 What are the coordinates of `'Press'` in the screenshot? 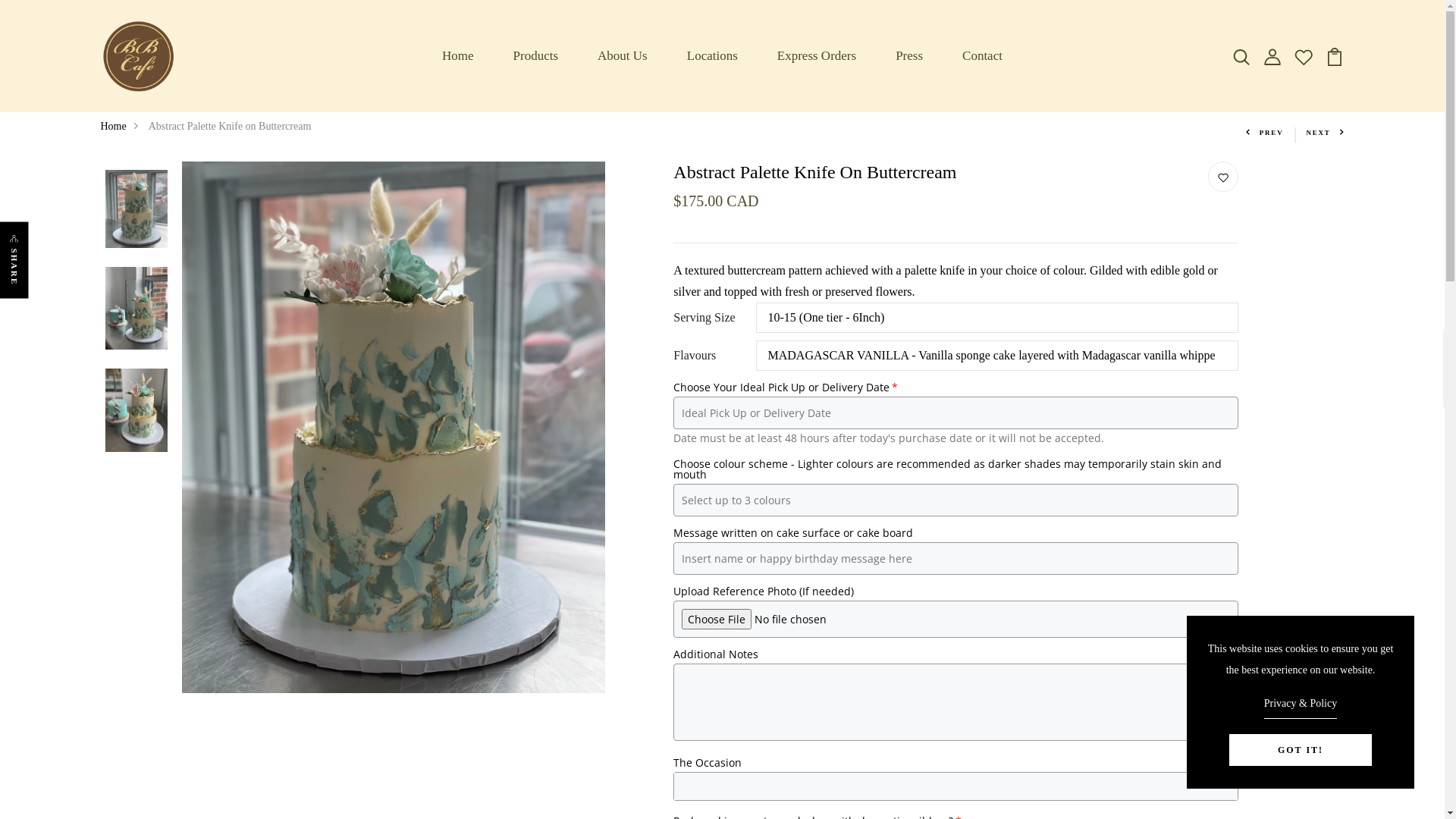 It's located at (909, 55).